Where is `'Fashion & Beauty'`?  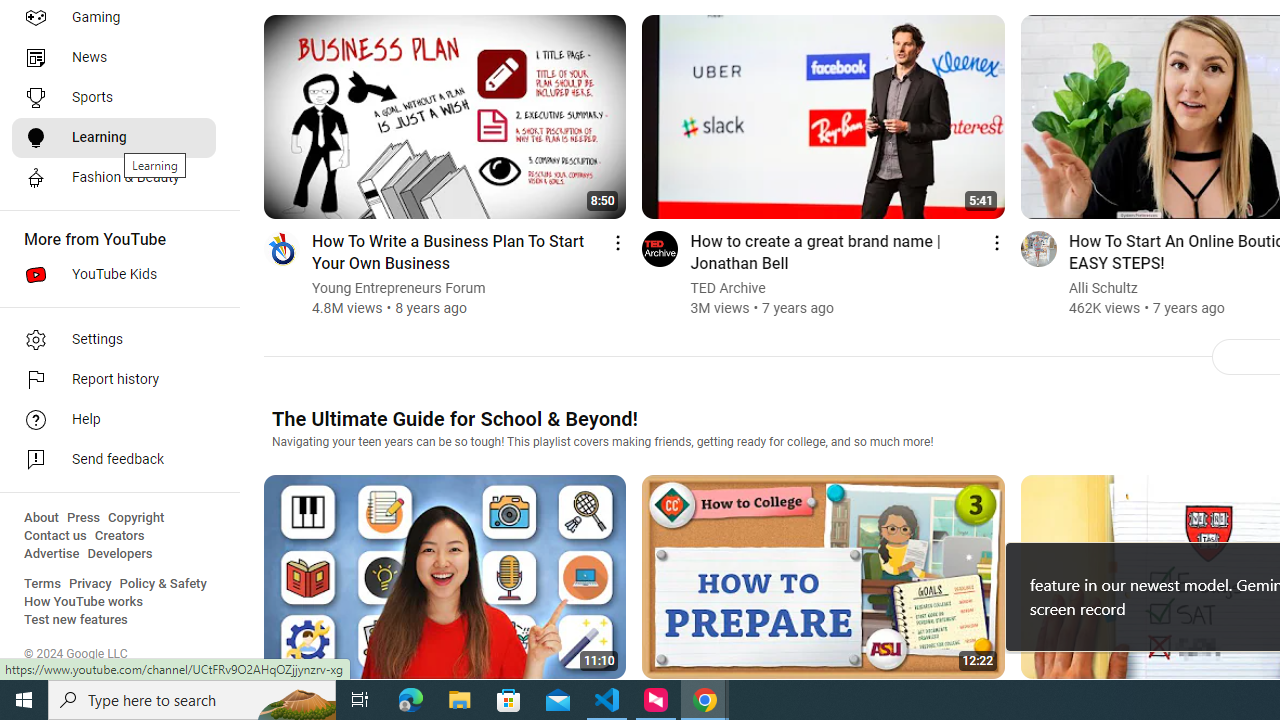
'Fashion & Beauty' is located at coordinates (112, 176).